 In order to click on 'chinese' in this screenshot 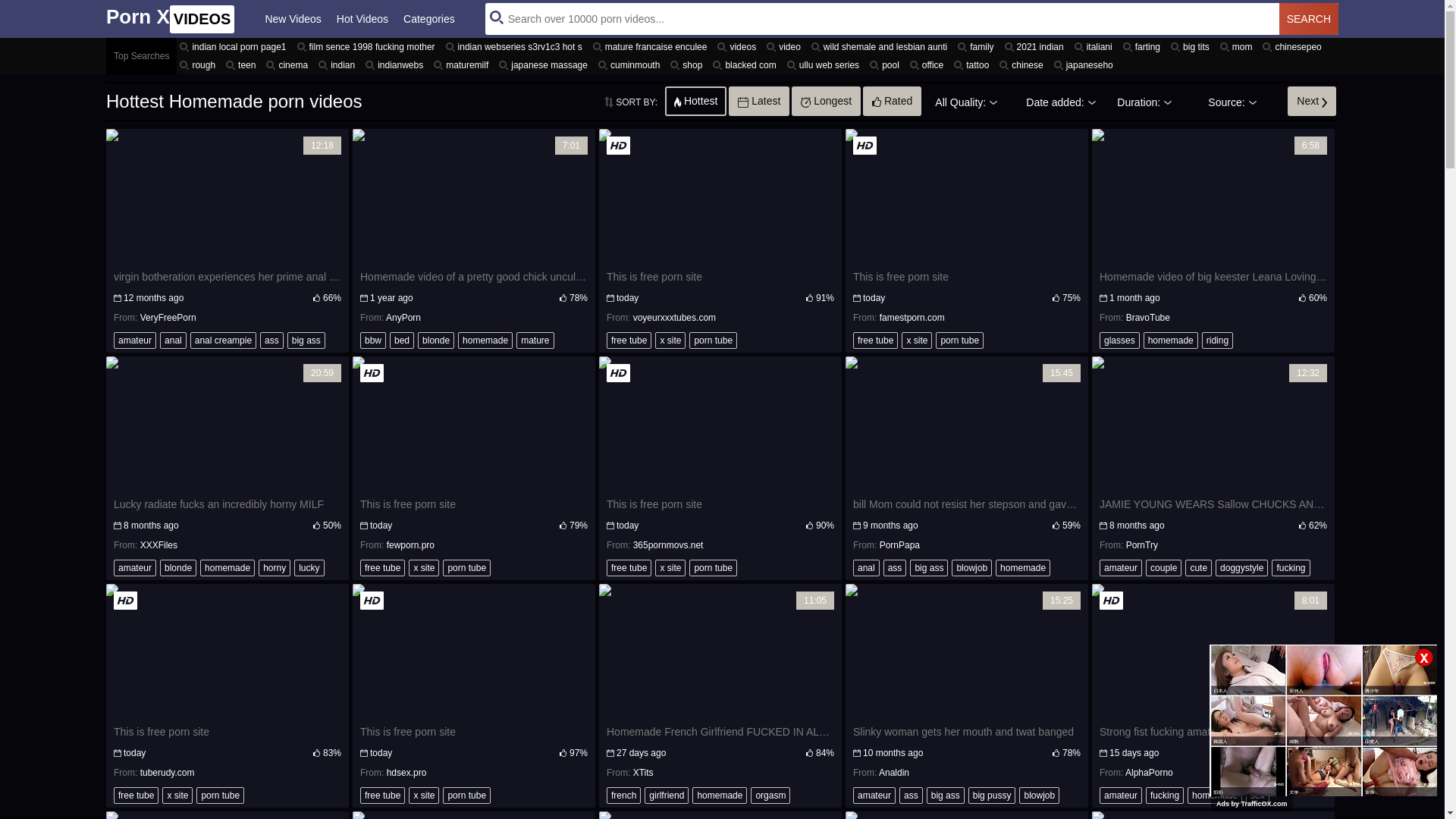, I will do `click(1023, 64)`.